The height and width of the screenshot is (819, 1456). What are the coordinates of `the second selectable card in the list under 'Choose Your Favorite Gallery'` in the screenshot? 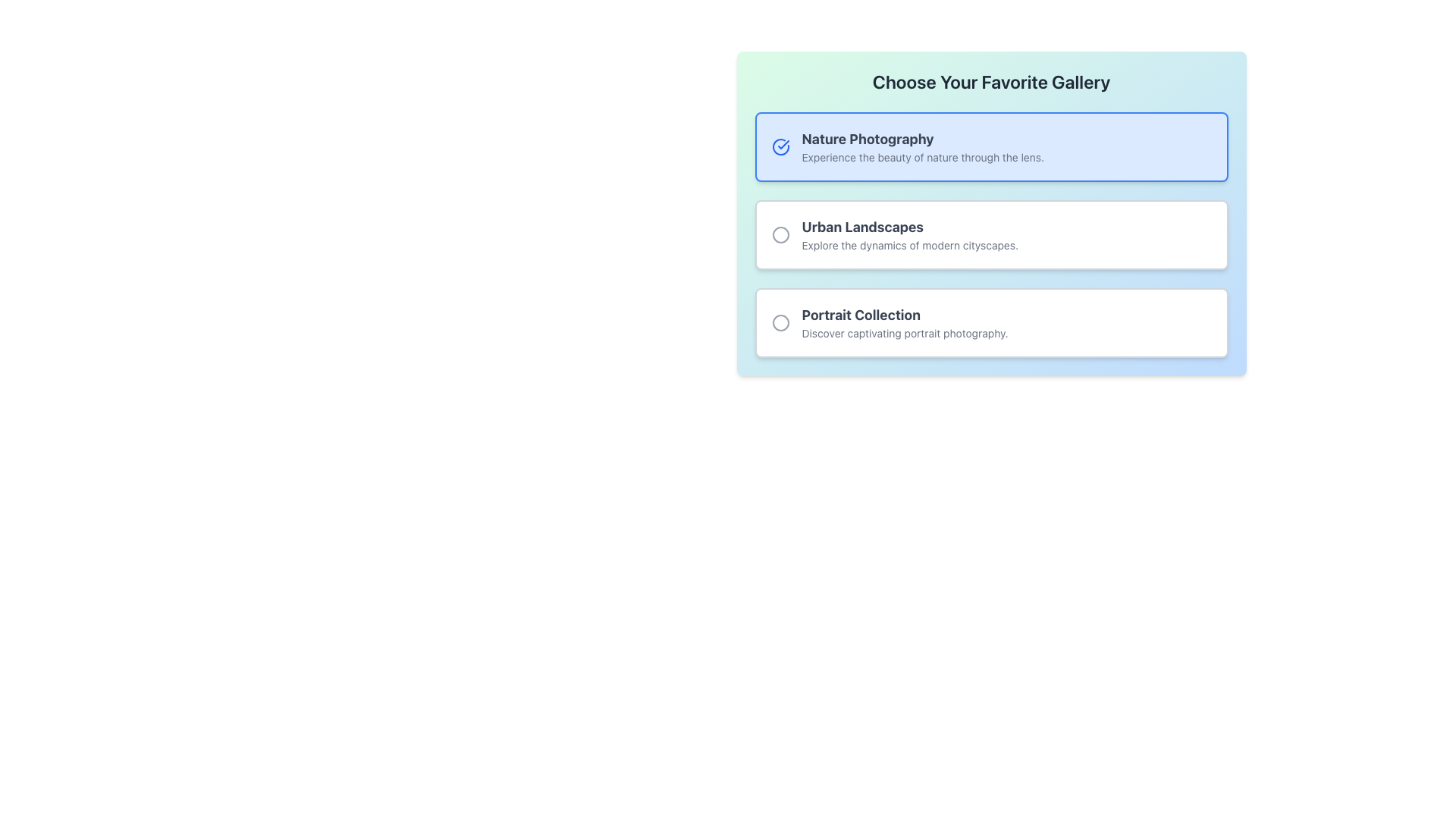 It's located at (991, 234).